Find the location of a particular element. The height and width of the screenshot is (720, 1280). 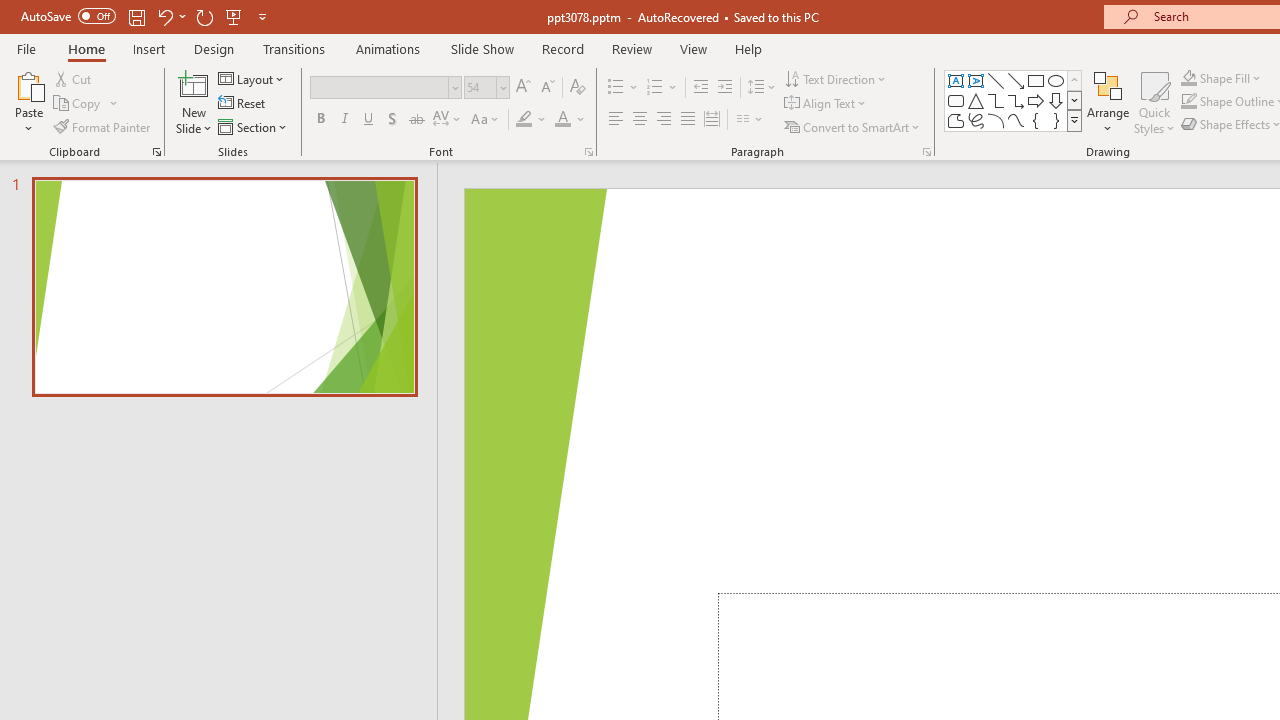

'Text Box' is located at coordinates (955, 80).